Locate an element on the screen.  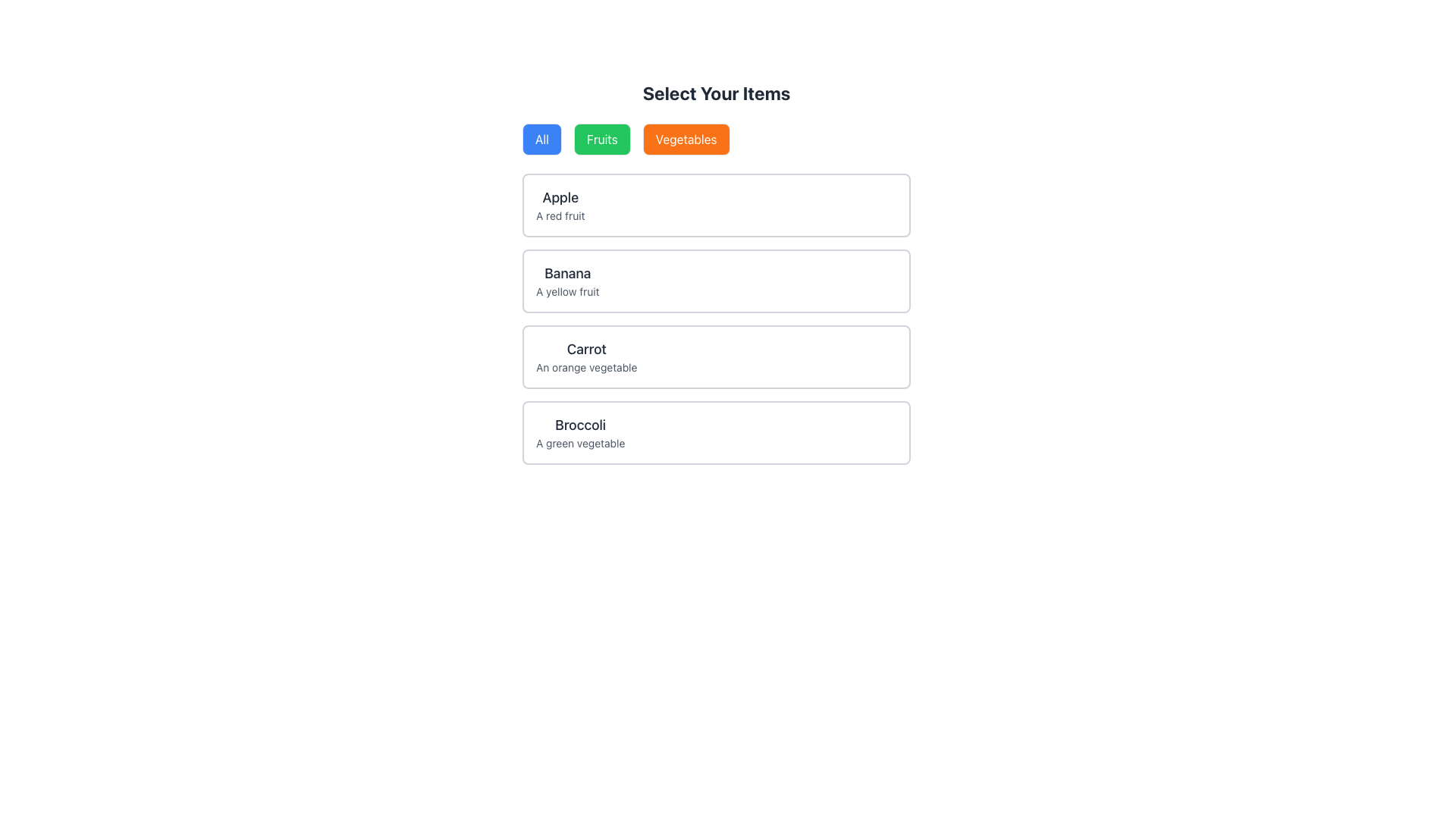
the informational card displaying 'Broccoli' with the description 'A green vegetable', which is the fourth card in the 'Select Your Items' section, located below the 'Carrot' card is located at coordinates (716, 432).